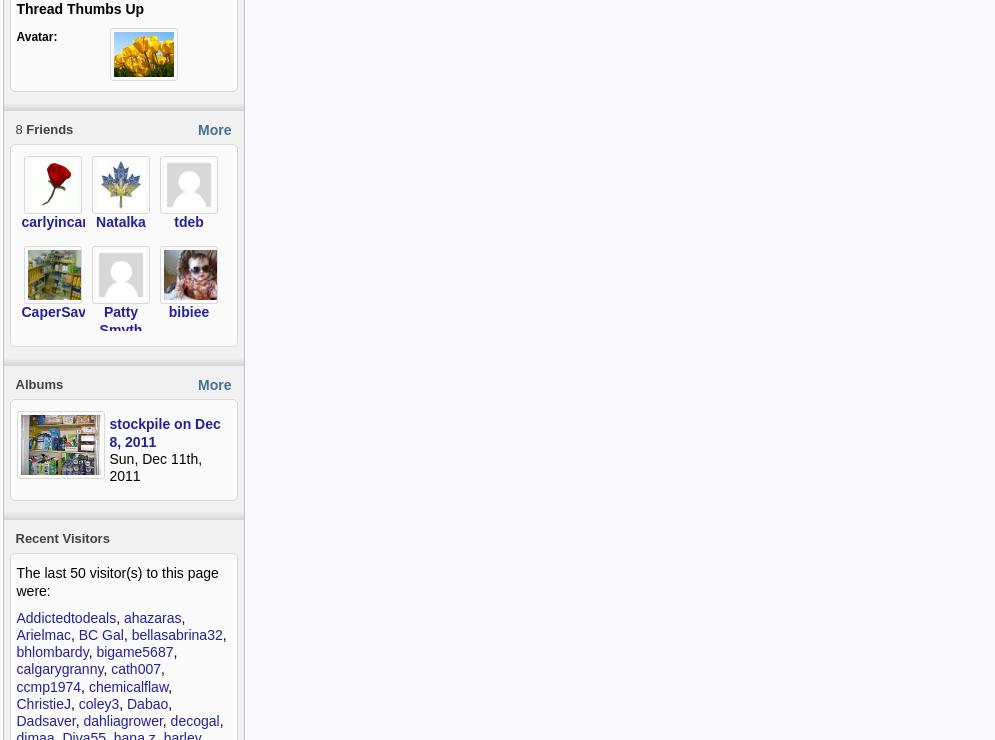  What do you see at coordinates (155, 467) in the screenshot?
I see `'Sun, Dec 11th, 2011'` at bounding box center [155, 467].